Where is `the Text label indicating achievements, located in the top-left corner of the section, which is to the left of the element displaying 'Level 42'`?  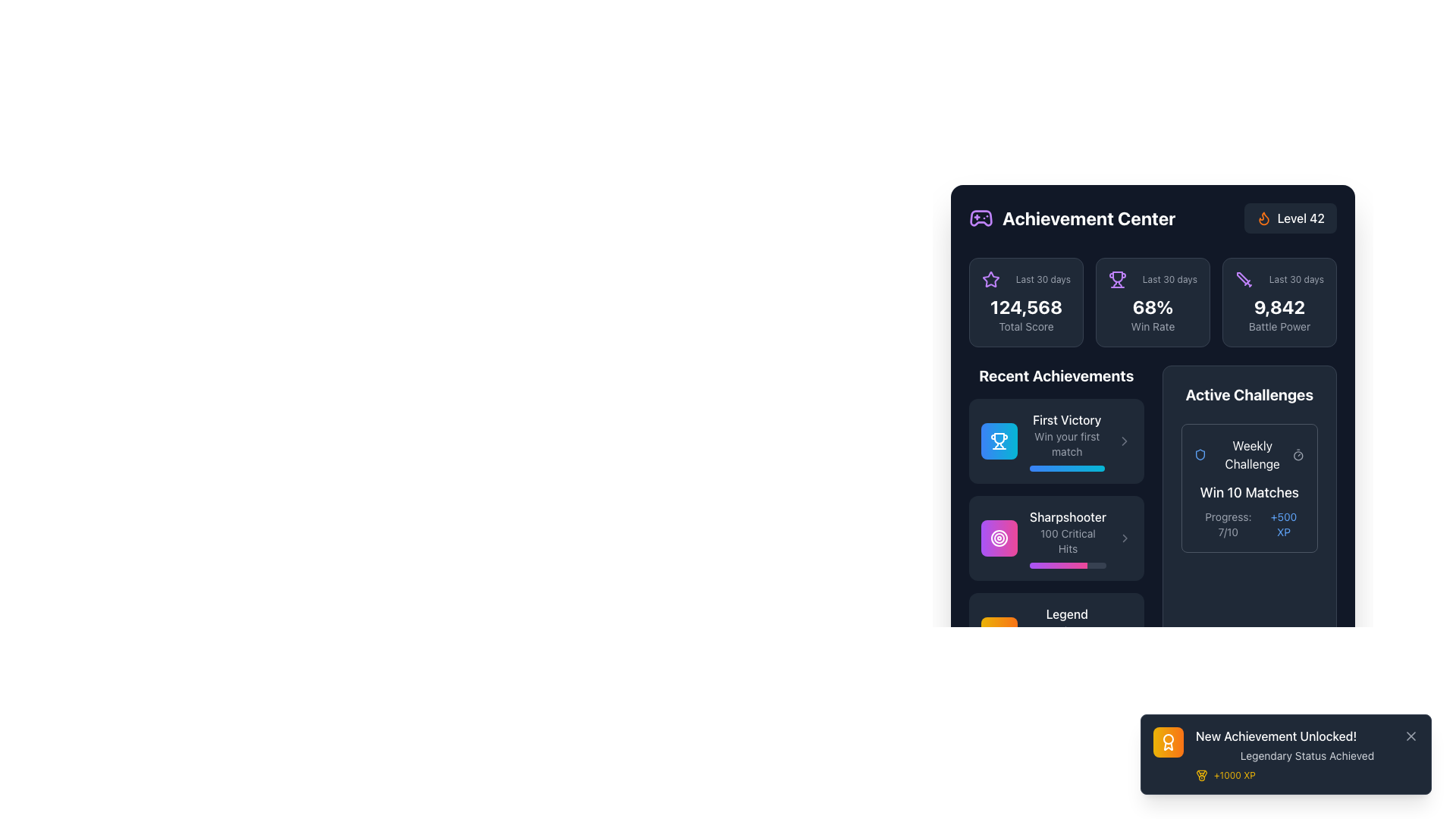
the Text label indicating achievements, located in the top-left corner of the section, which is to the left of the element displaying 'Level 42' is located at coordinates (1072, 218).